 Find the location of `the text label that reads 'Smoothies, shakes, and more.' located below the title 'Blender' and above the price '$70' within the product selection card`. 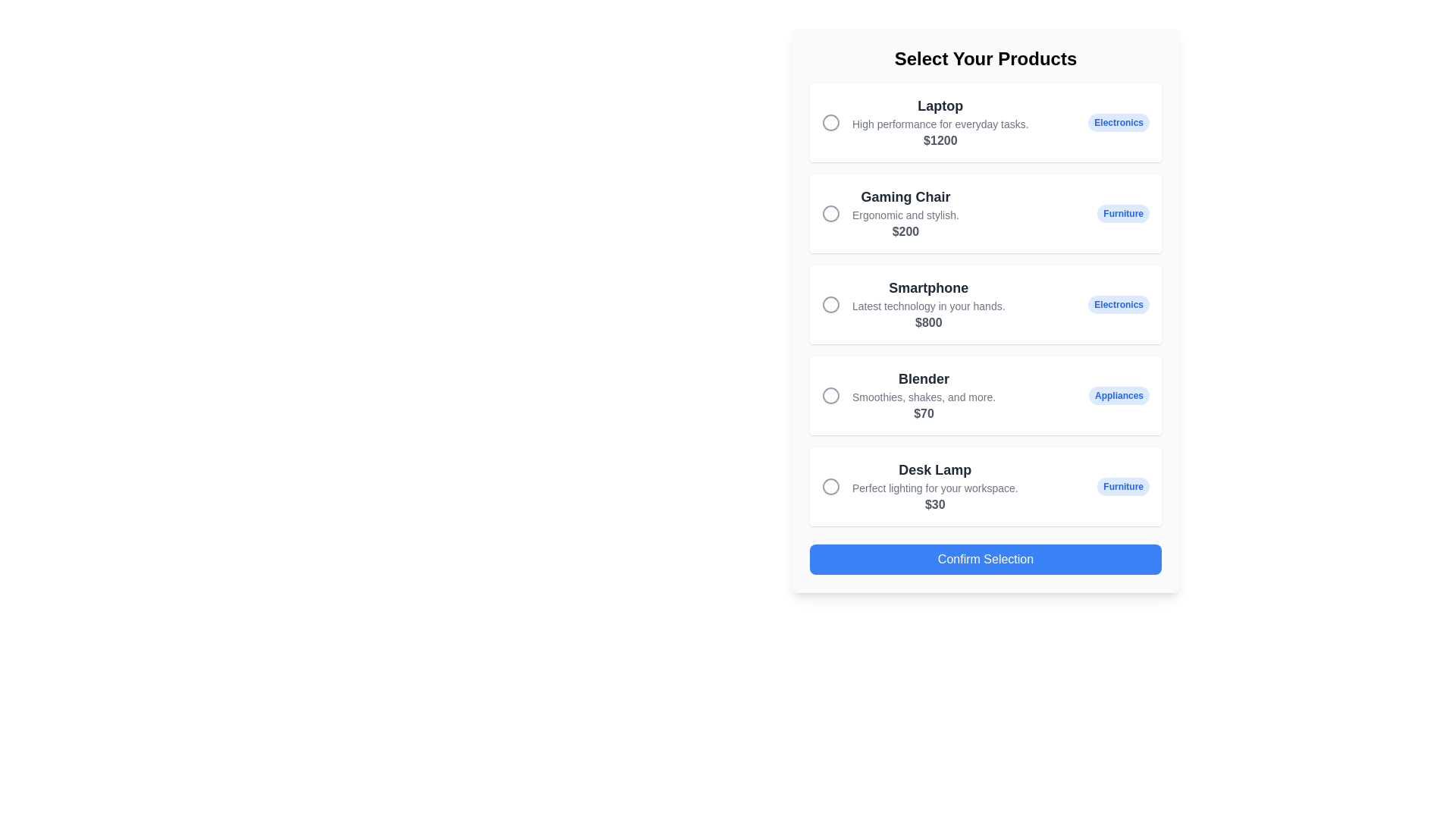

the text label that reads 'Smoothies, shakes, and more.' located below the title 'Blender' and above the price '$70' within the product selection card is located at coordinates (923, 397).